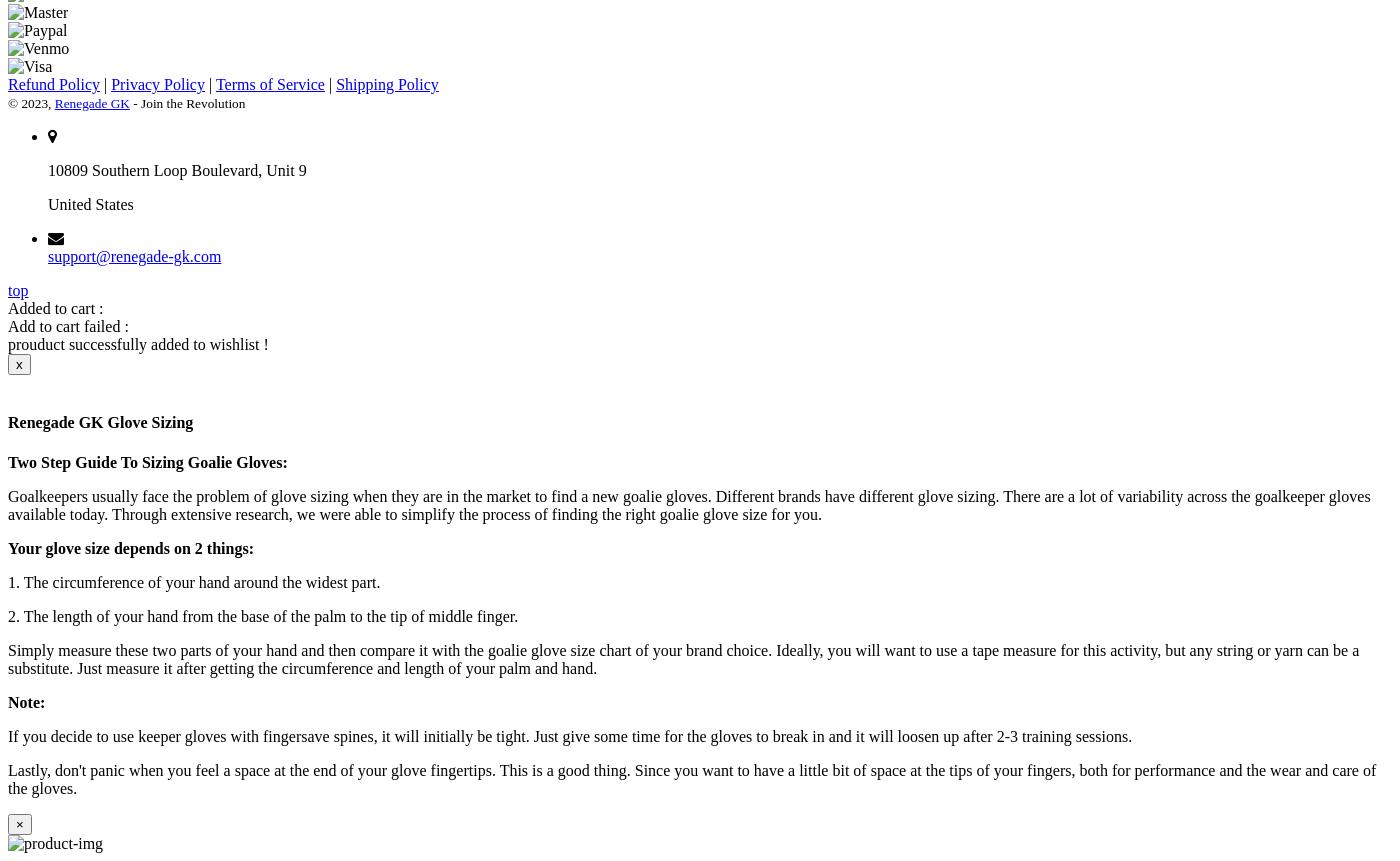 This screenshot has width=1400, height=861. What do you see at coordinates (385, 83) in the screenshot?
I see `'Shipping Policy'` at bounding box center [385, 83].